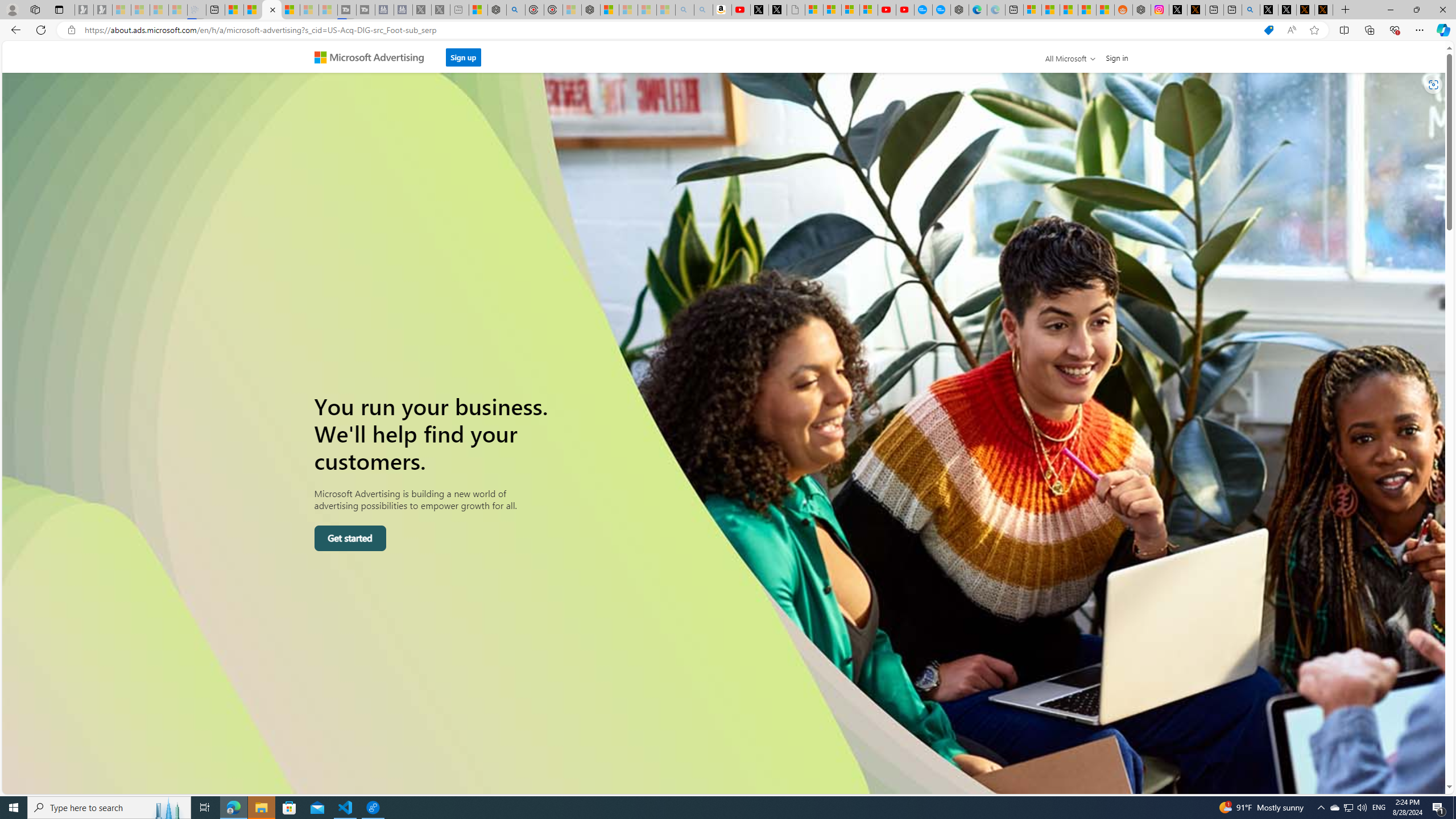 The image size is (1456, 819). Describe the element at coordinates (271, 9) in the screenshot. I see `'Overview'` at that location.